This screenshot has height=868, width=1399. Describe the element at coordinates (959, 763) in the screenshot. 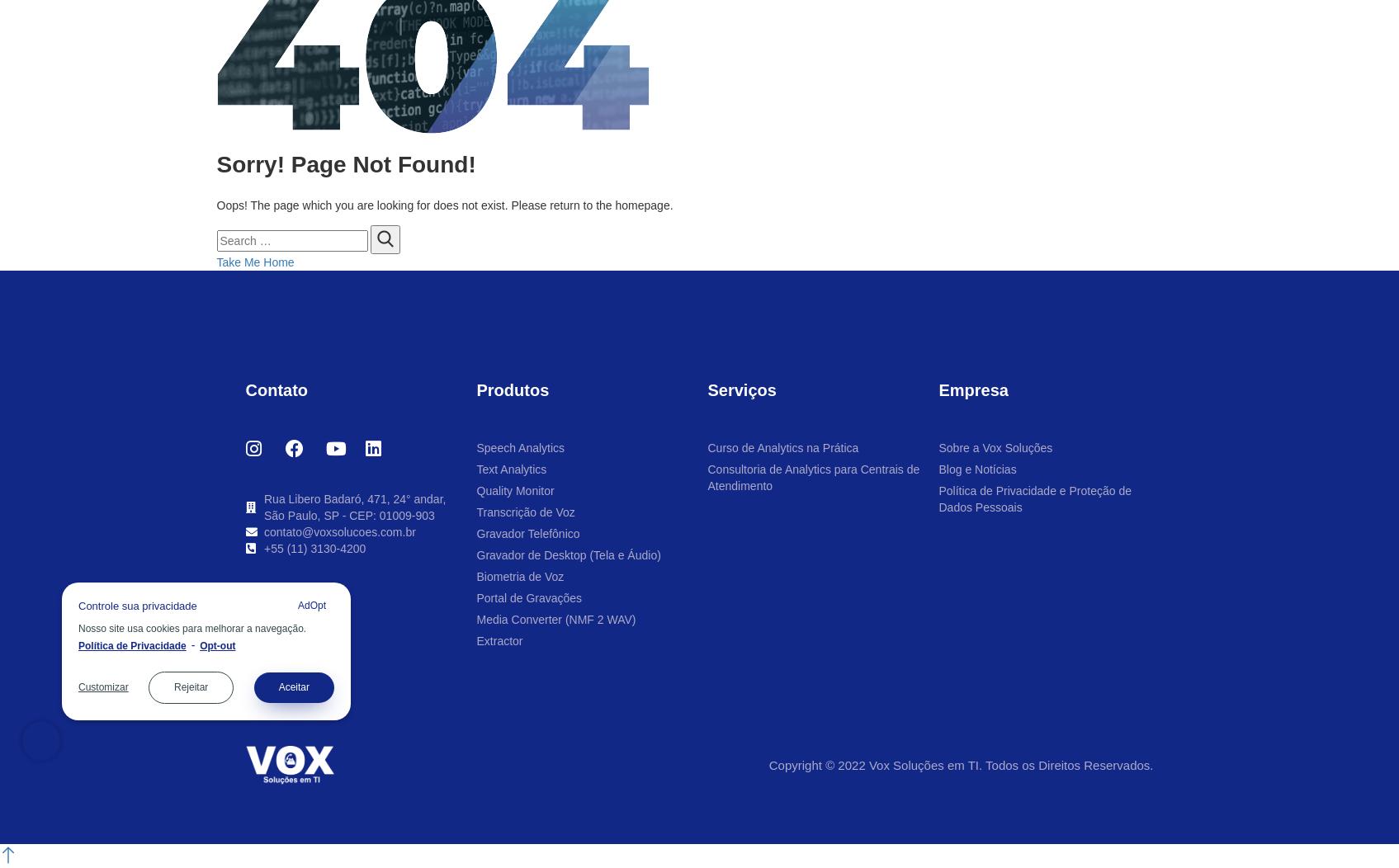

I see `'Copyright © 2022 Vox Soluções em TI. Todos os Direitos Reservados.'` at that location.